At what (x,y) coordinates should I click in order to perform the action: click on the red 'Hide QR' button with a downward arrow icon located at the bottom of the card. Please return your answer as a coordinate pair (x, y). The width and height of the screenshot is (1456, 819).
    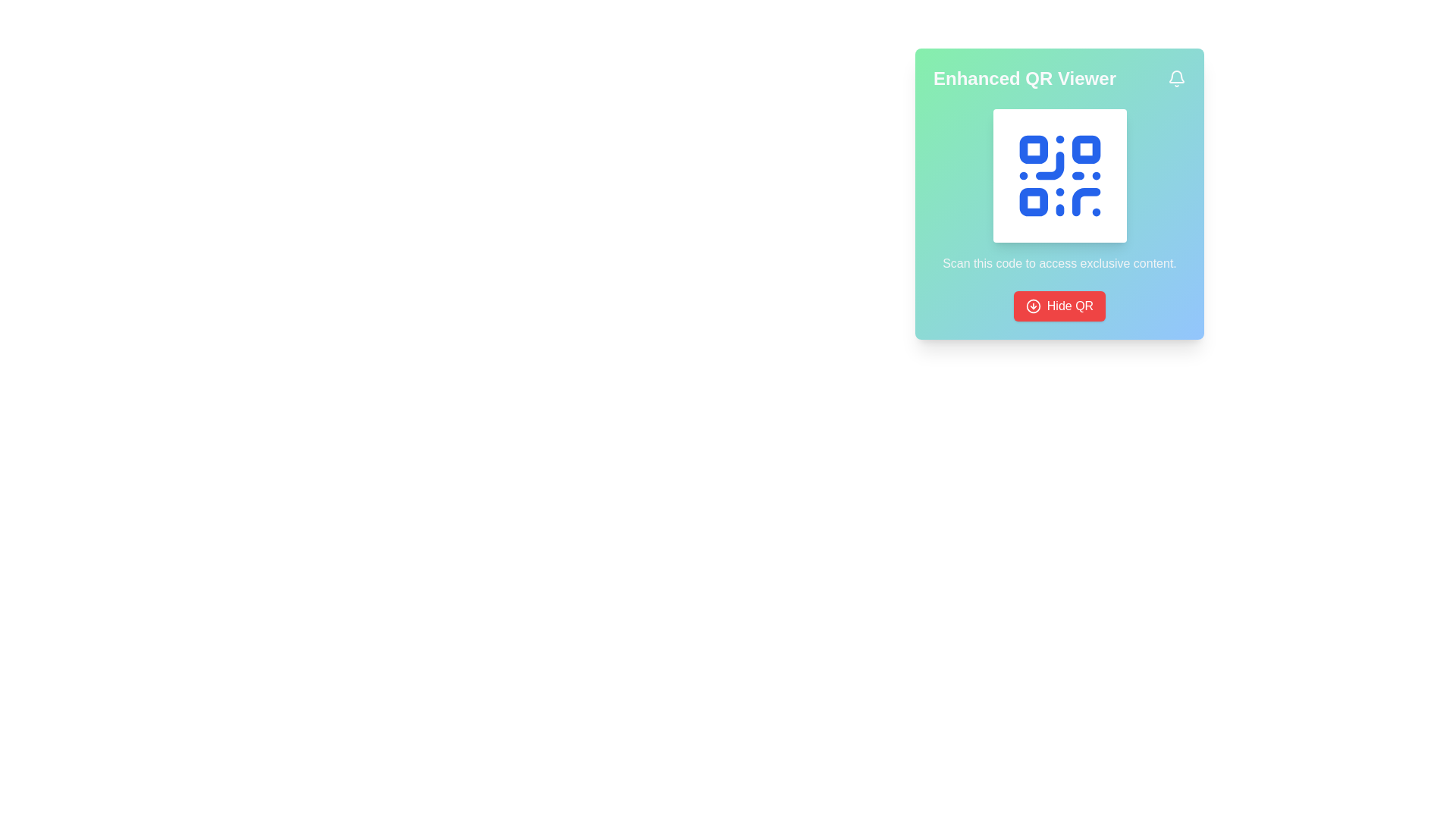
    Looking at the image, I should click on (1059, 306).